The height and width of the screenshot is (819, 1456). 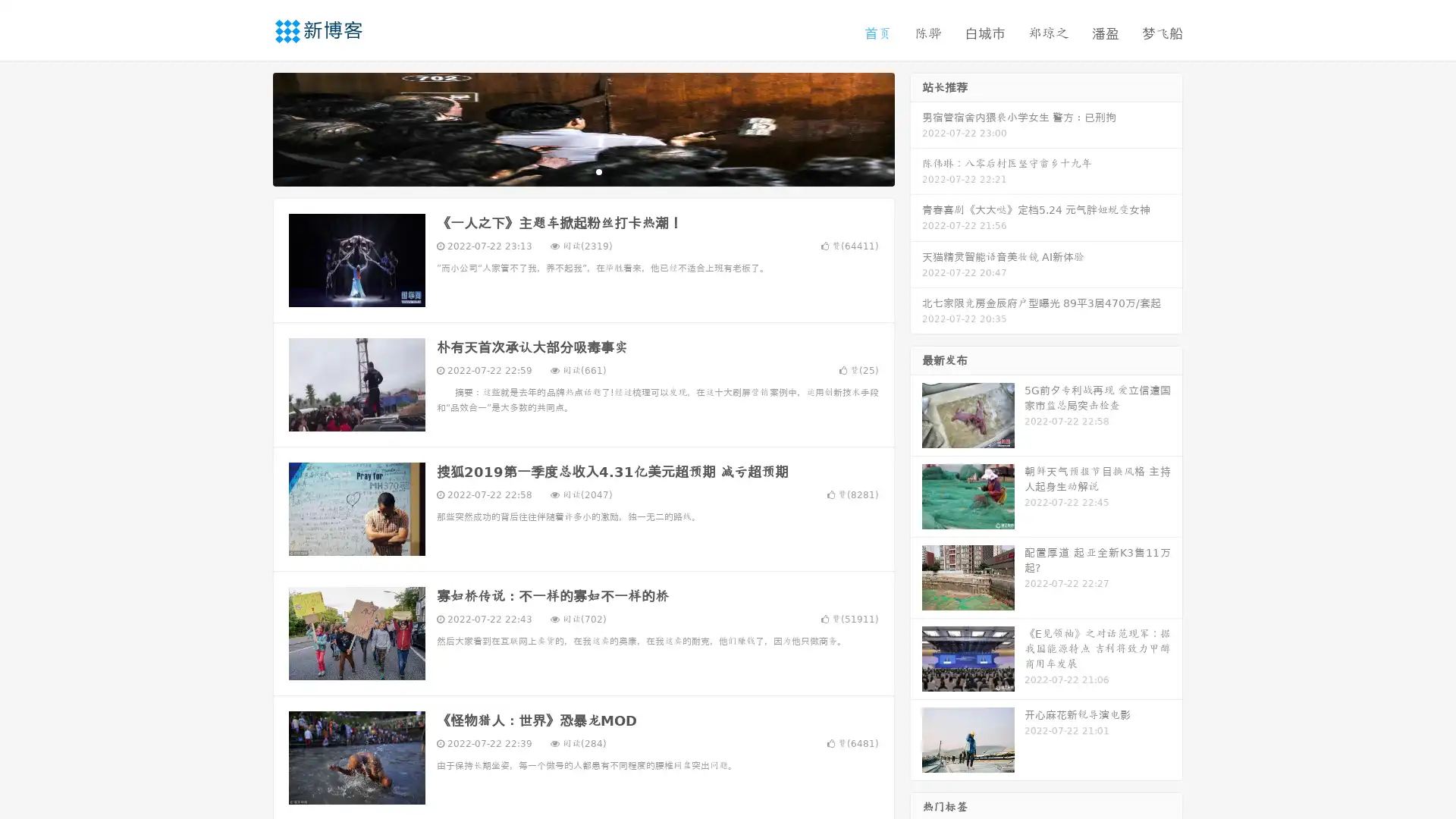 What do you see at coordinates (582, 171) in the screenshot?
I see `Go to slide 2` at bounding box center [582, 171].